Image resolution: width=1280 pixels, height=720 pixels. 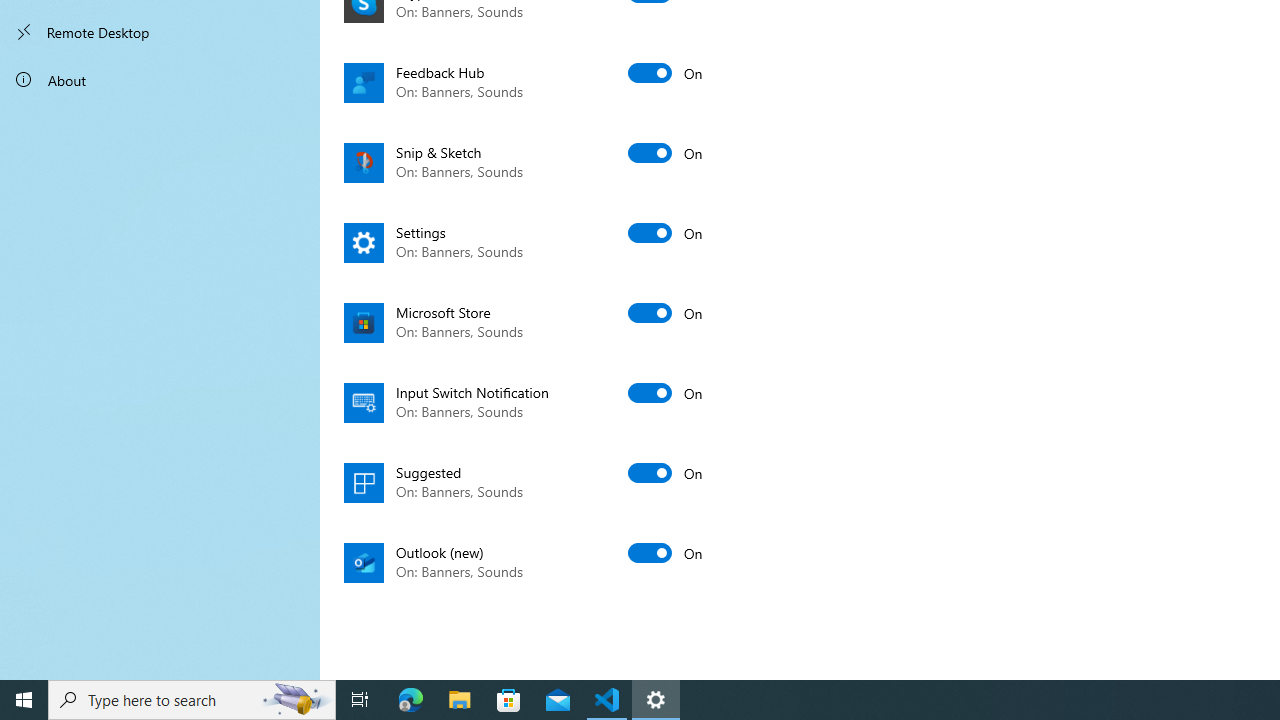 What do you see at coordinates (459, 698) in the screenshot?
I see `'File Explorer'` at bounding box center [459, 698].